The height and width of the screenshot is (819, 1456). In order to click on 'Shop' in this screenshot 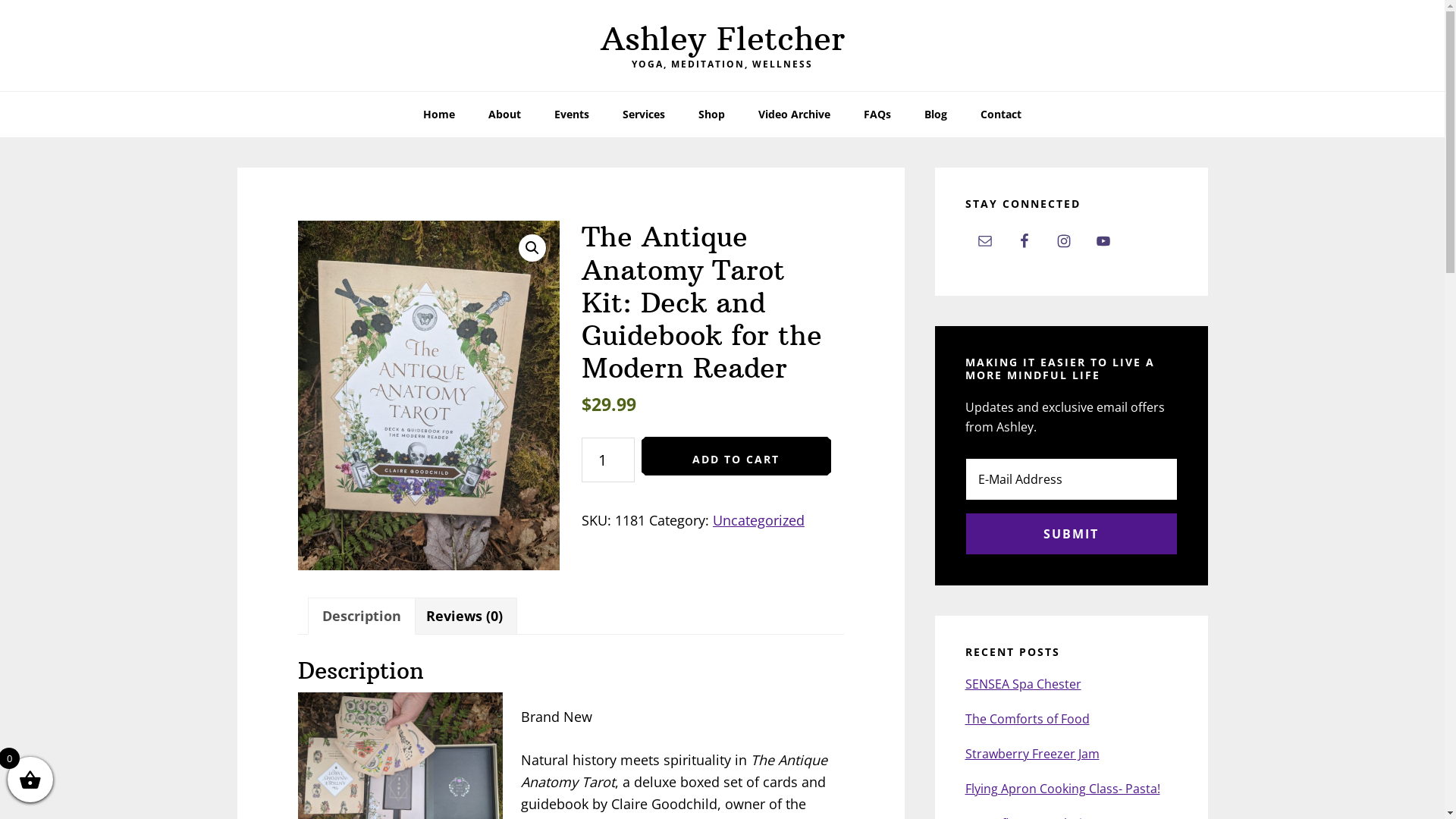, I will do `click(711, 113)`.